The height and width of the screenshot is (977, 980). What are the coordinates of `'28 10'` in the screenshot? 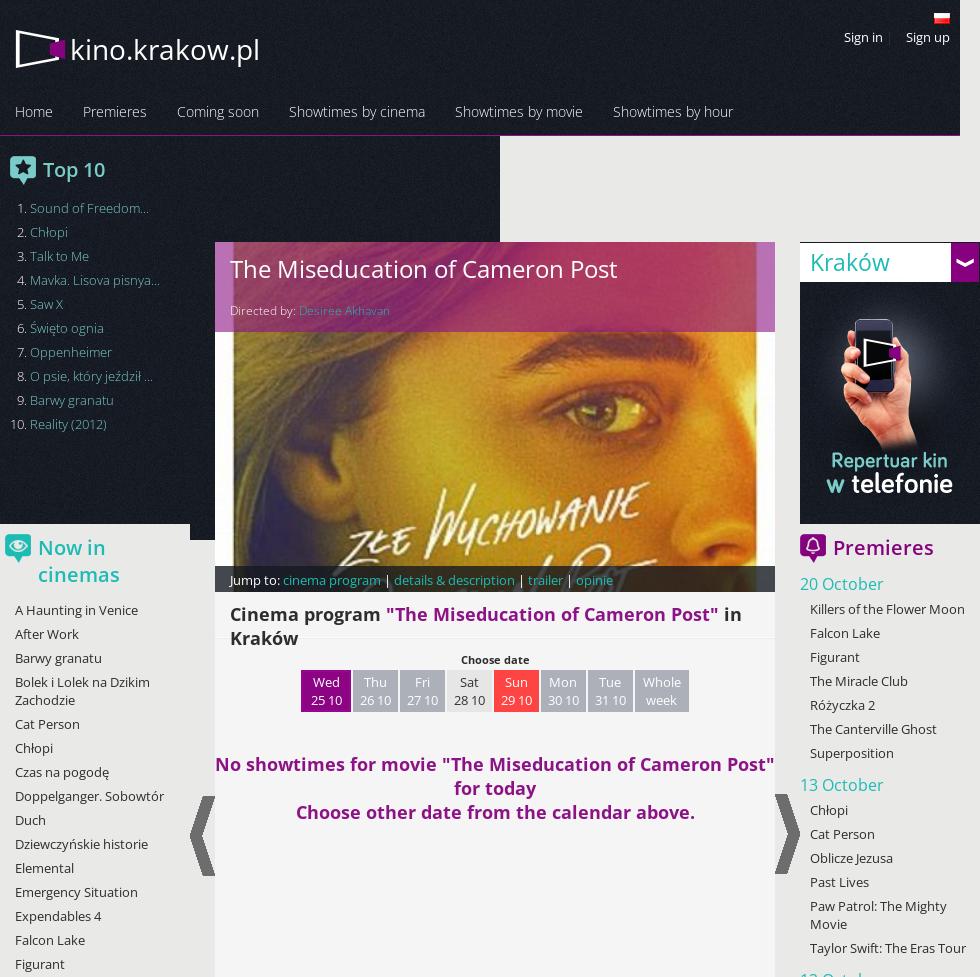 It's located at (469, 700).